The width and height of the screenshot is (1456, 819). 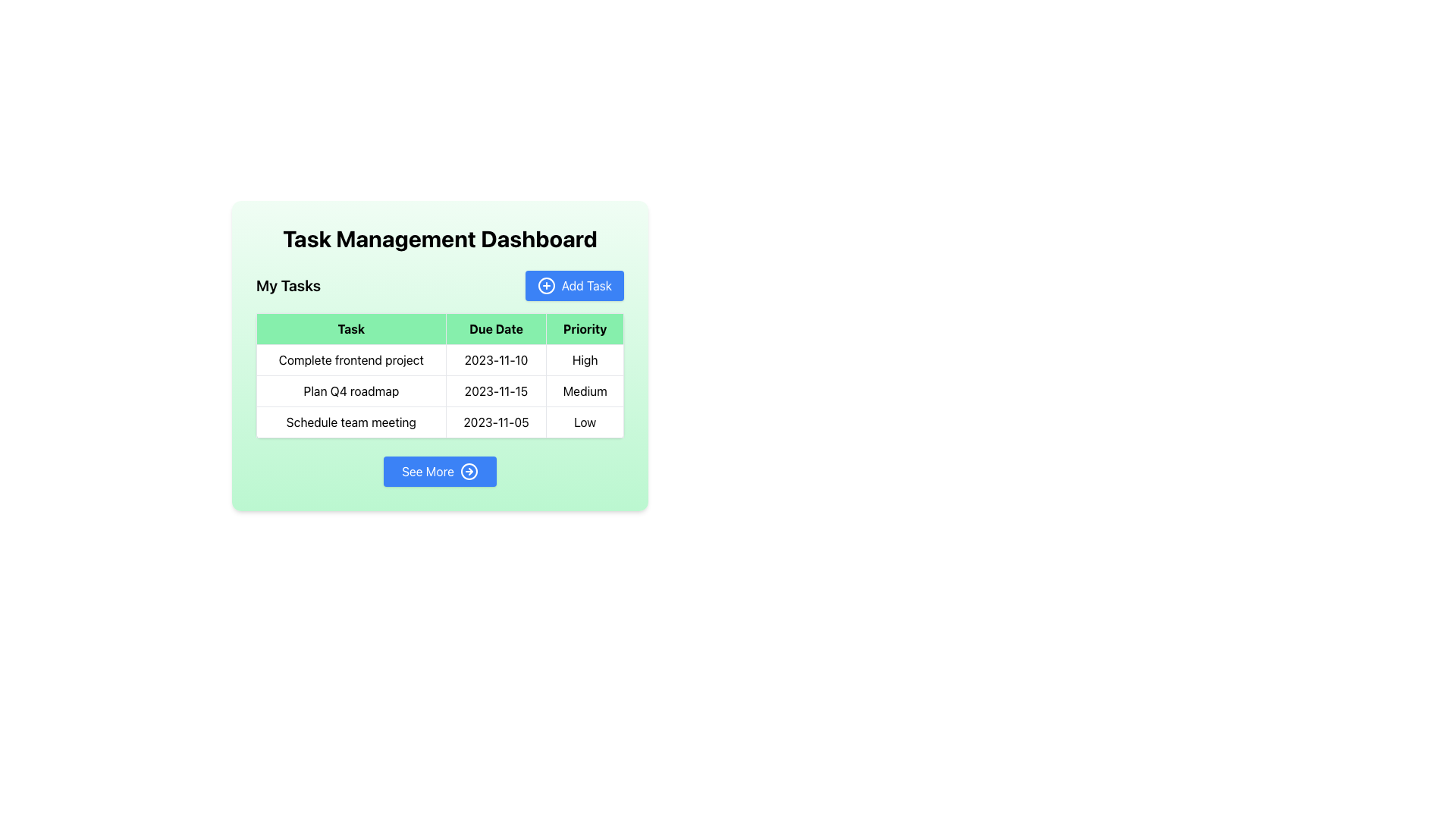 I want to click on text displayed in the 'Medium' label located in the 'Priority' column of the table, which is in the third column of the second row, aligned with 'Plan Q4 roadmap', so click(x=584, y=391).